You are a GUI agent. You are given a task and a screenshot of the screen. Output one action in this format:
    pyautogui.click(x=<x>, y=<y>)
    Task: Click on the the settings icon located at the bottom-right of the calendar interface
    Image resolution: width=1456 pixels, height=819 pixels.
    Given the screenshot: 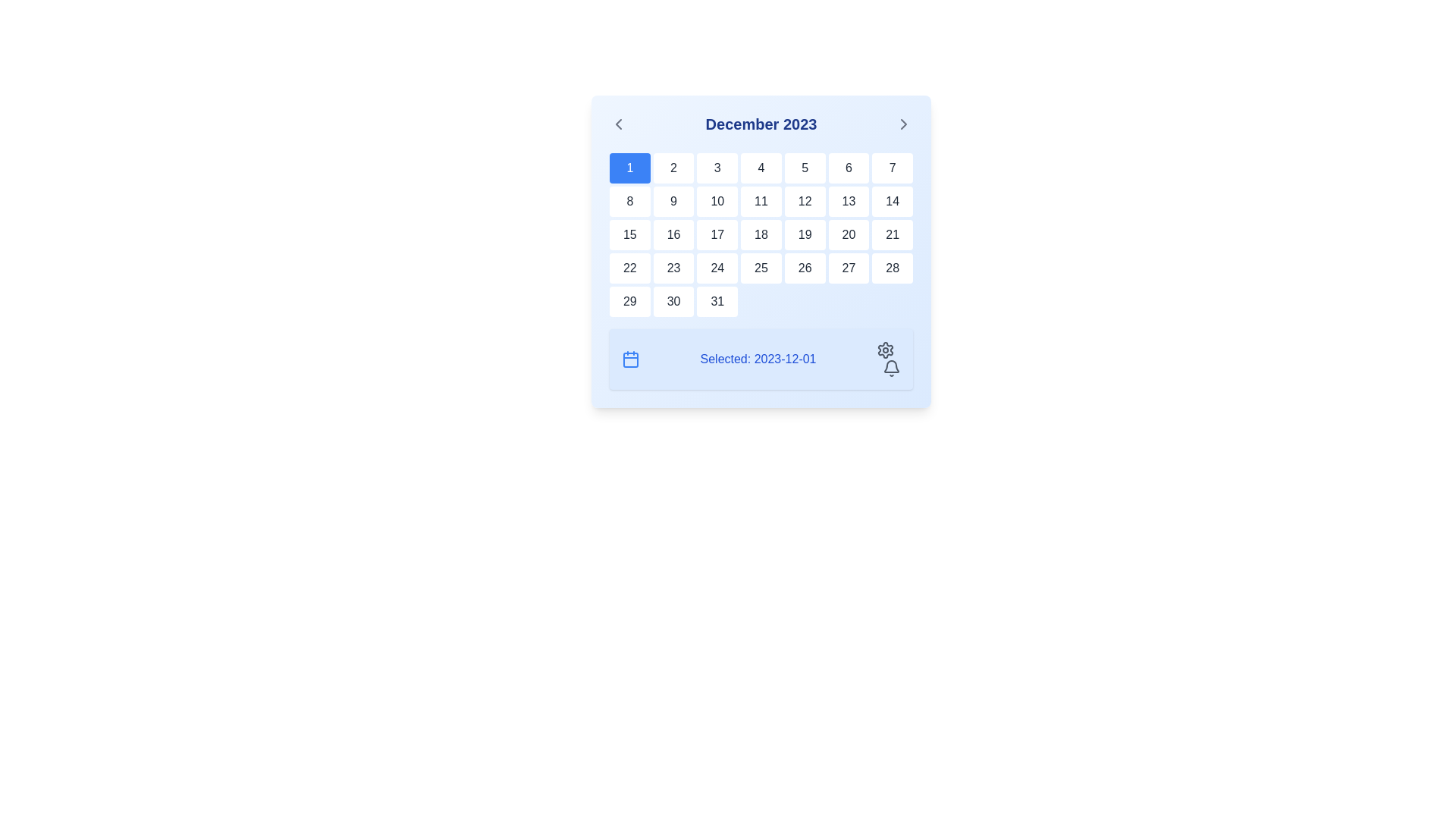 What is the action you would take?
    pyautogui.click(x=885, y=350)
    